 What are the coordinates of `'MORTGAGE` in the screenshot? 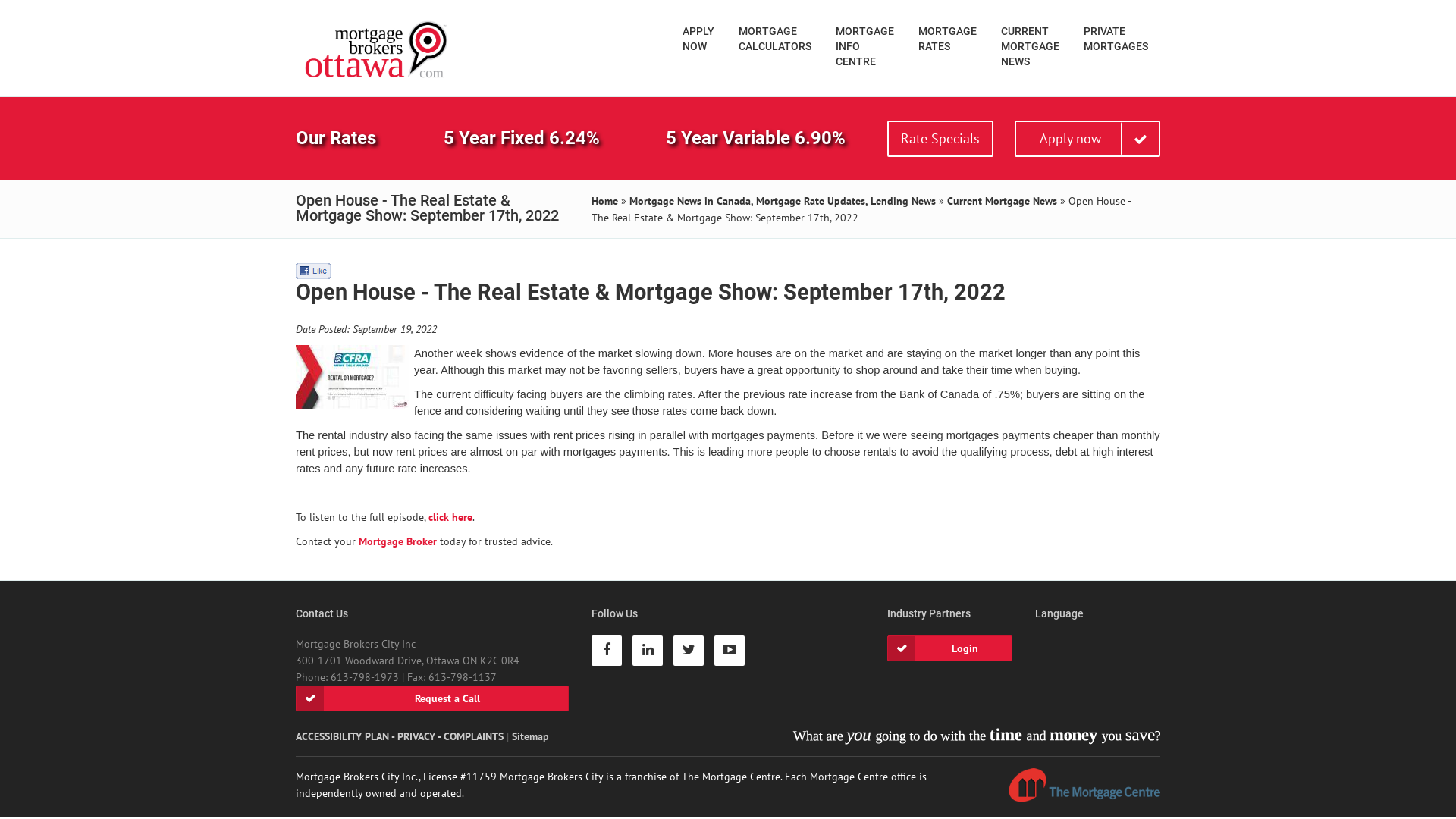 It's located at (864, 44).